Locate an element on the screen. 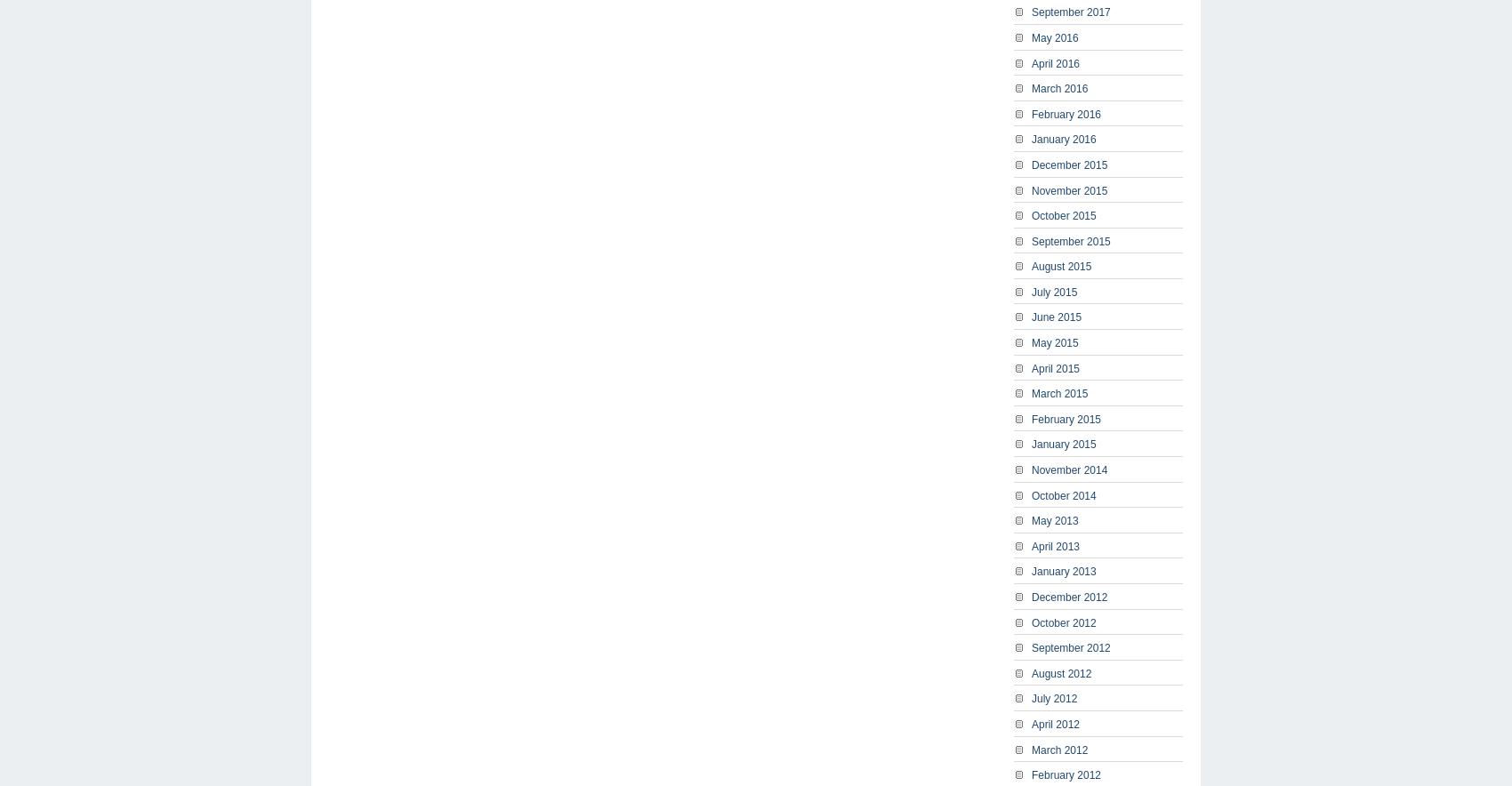 This screenshot has height=786, width=1512. 'February 2015' is located at coordinates (1066, 418).